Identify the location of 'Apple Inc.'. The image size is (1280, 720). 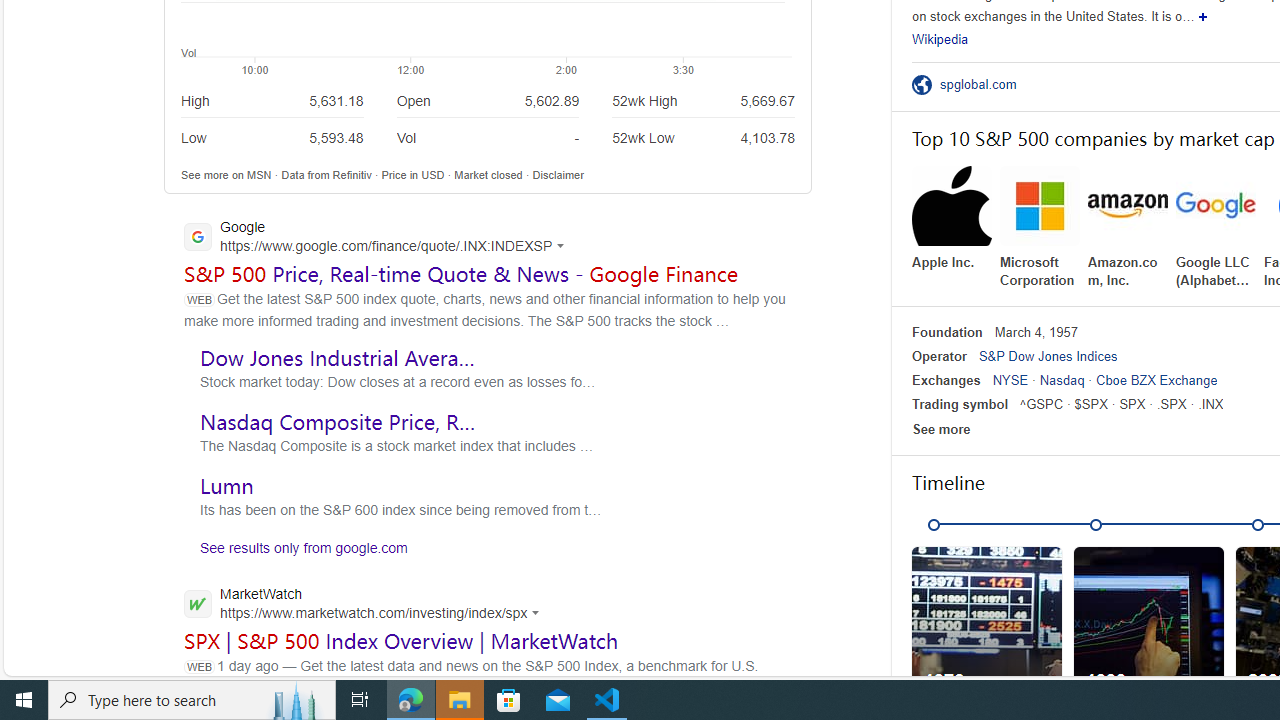
(950, 219).